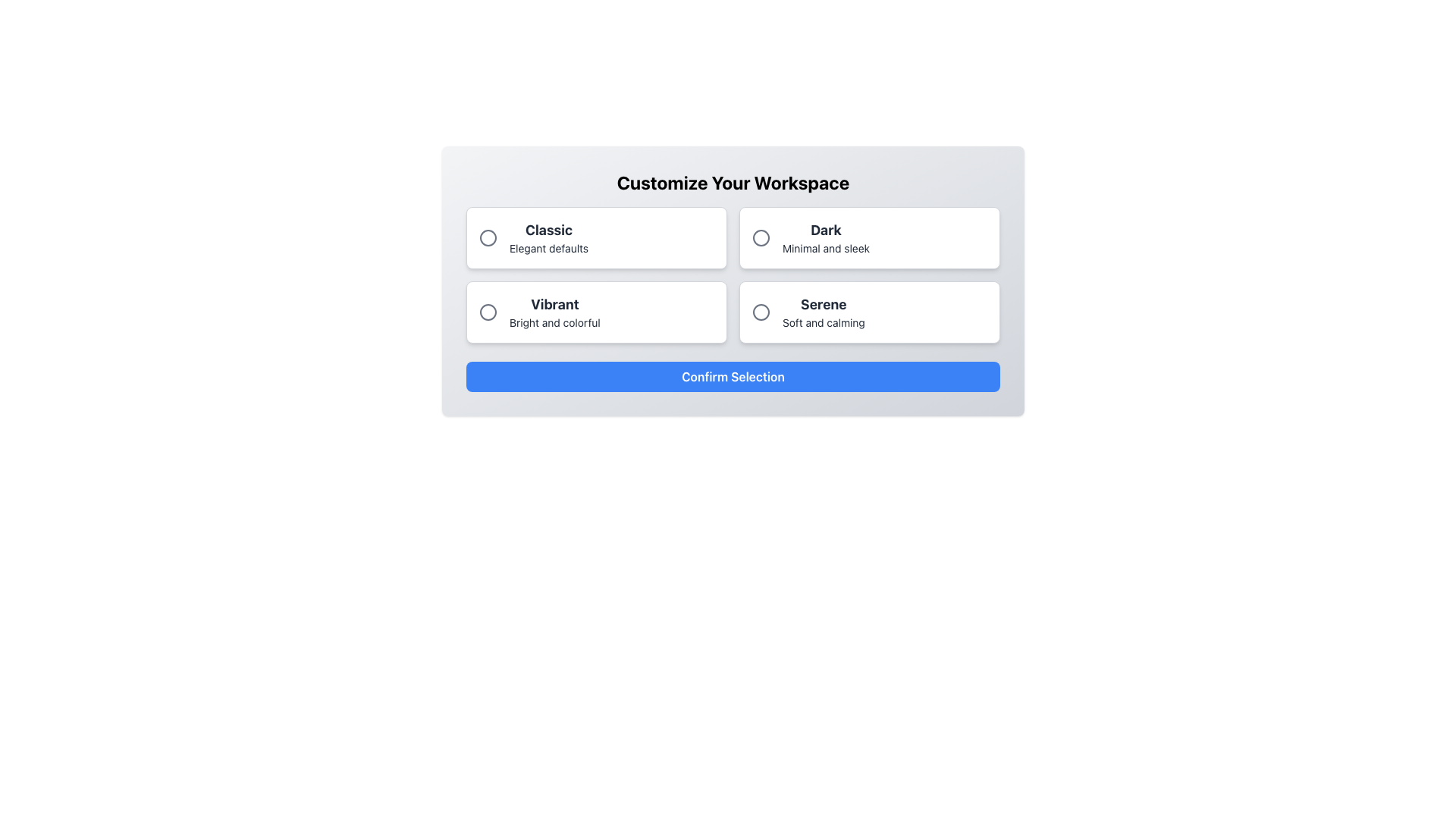  Describe the element at coordinates (554, 322) in the screenshot. I see `the descriptive text element providing supplementary information for the 'Vibrant' option in the workspace customization interface, located directly below the 'Vibrant' heading` at that location.